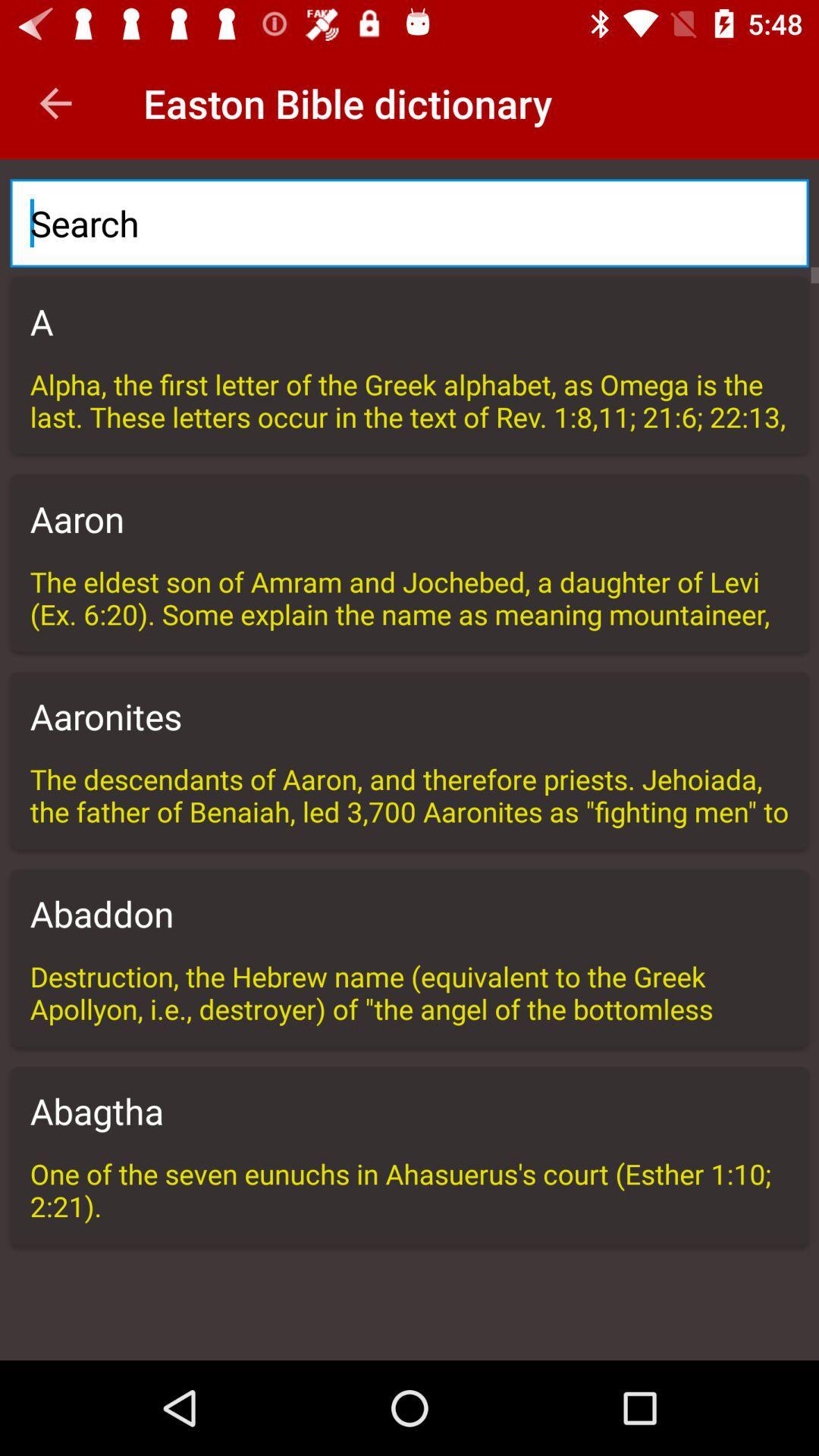  Describe the element at coordinates (55, 102) in the screenshot. I see `the item next to the easton bible dictionary icon` at that location.